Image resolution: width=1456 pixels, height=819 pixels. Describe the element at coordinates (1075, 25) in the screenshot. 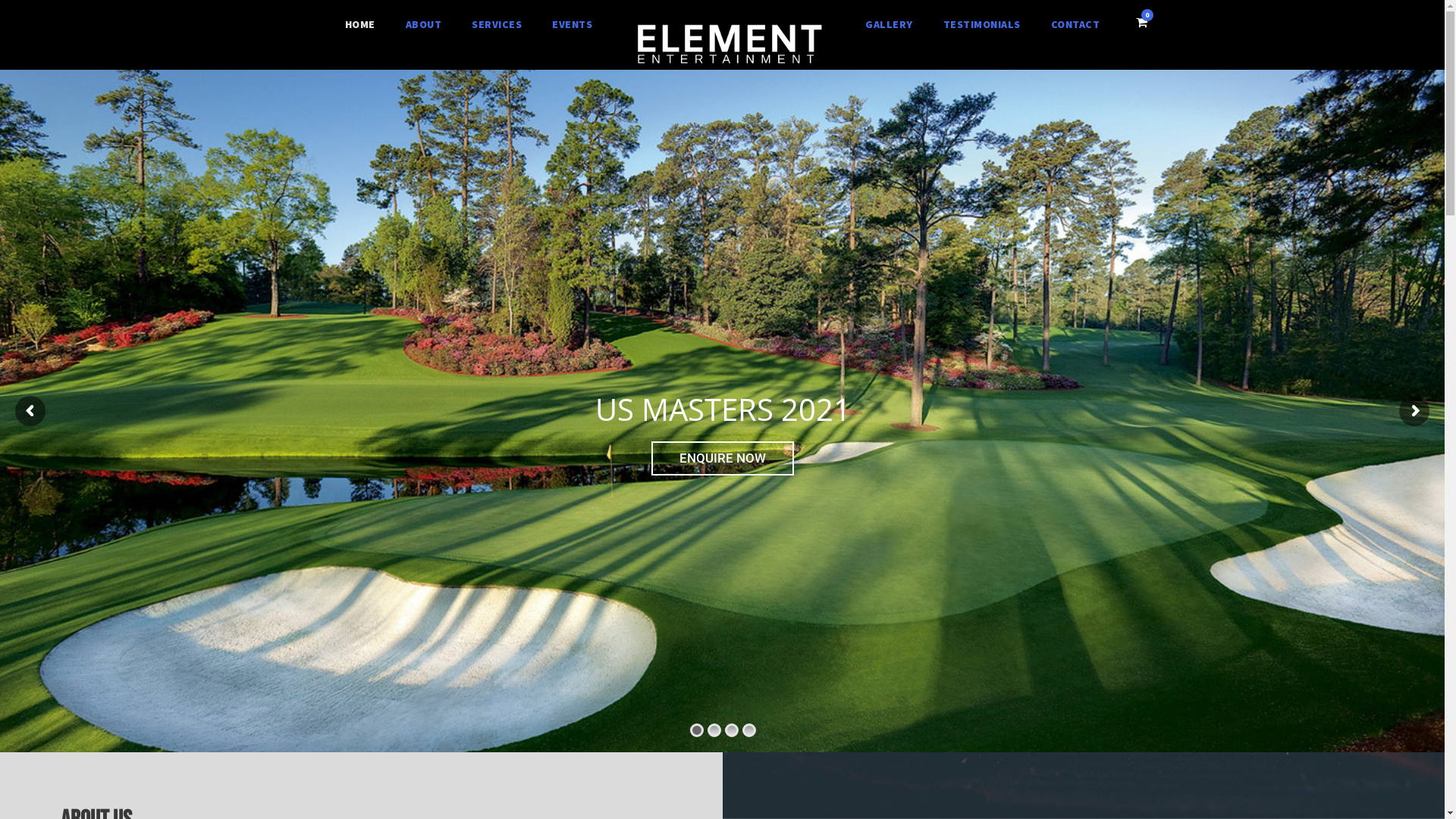

I see `'CONTACT'` at that location.